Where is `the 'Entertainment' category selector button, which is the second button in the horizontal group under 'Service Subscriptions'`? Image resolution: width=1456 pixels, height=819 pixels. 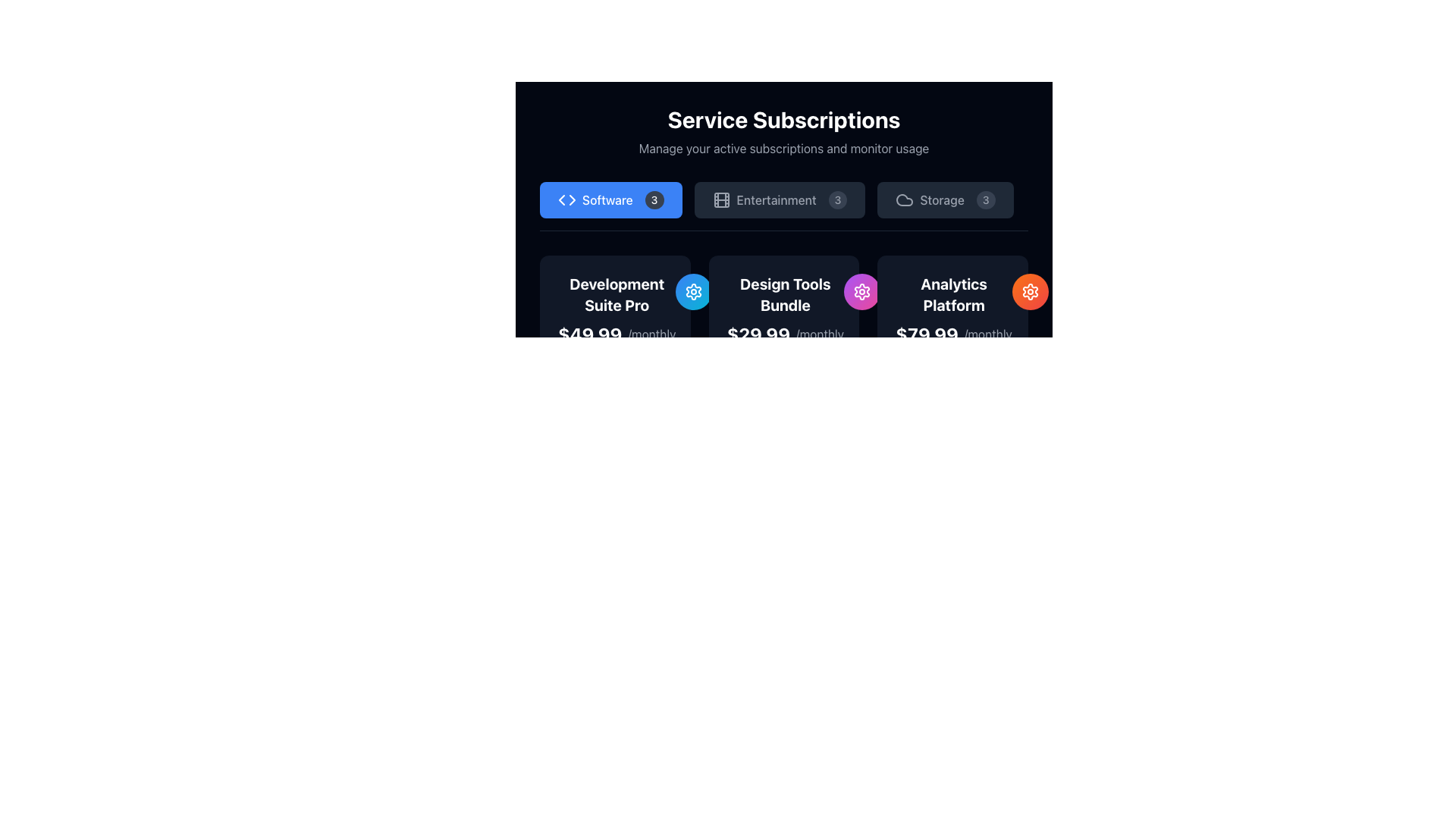 the 'Entertainment' category selector button, which is the second button in the horizontal group under 'Service Subscriptions' is located at coordinates (780, 199).